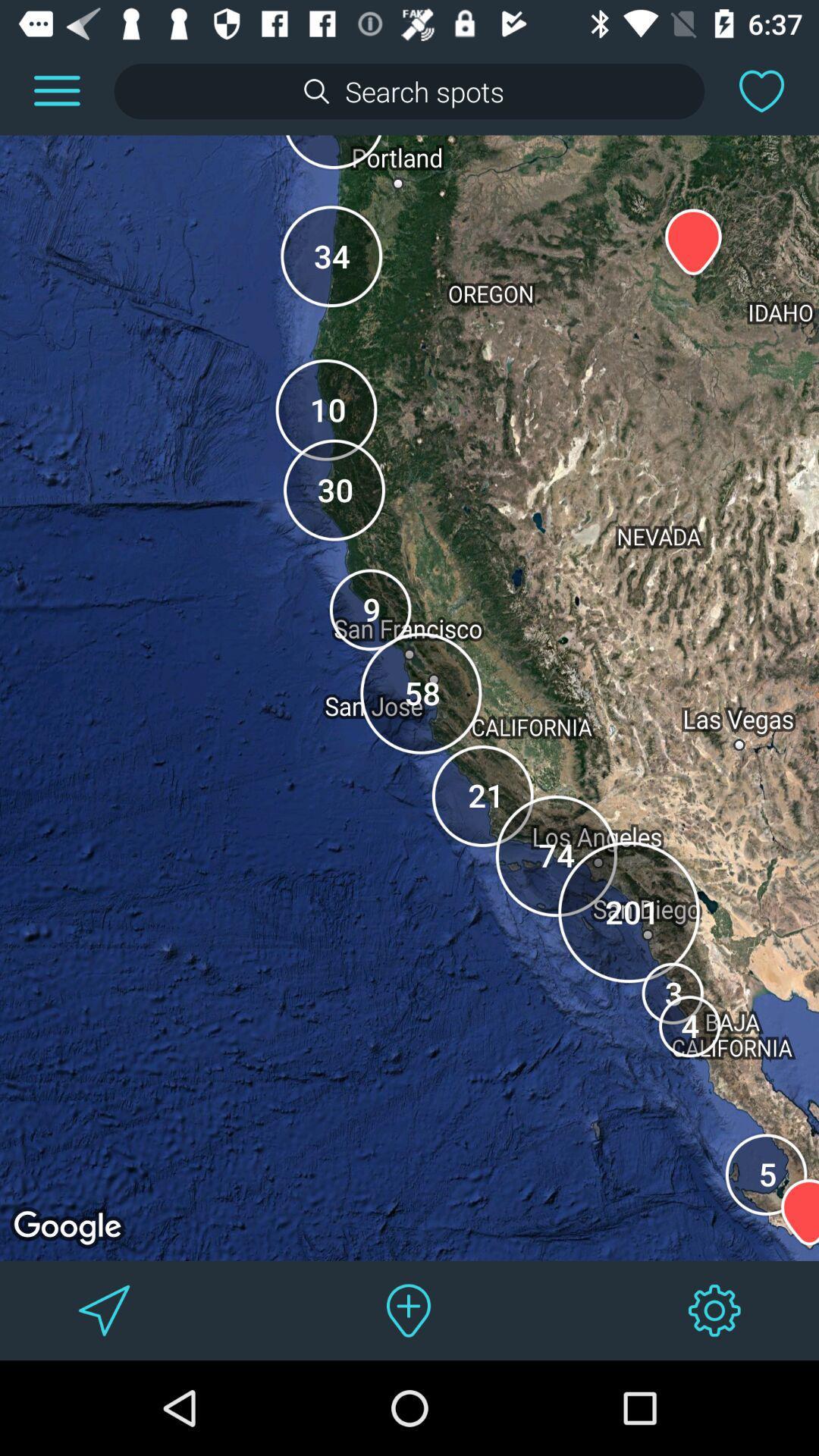 The height and width of the screenshot is (1456, 819). I want to click on the favorite icon, so click(761, 90).